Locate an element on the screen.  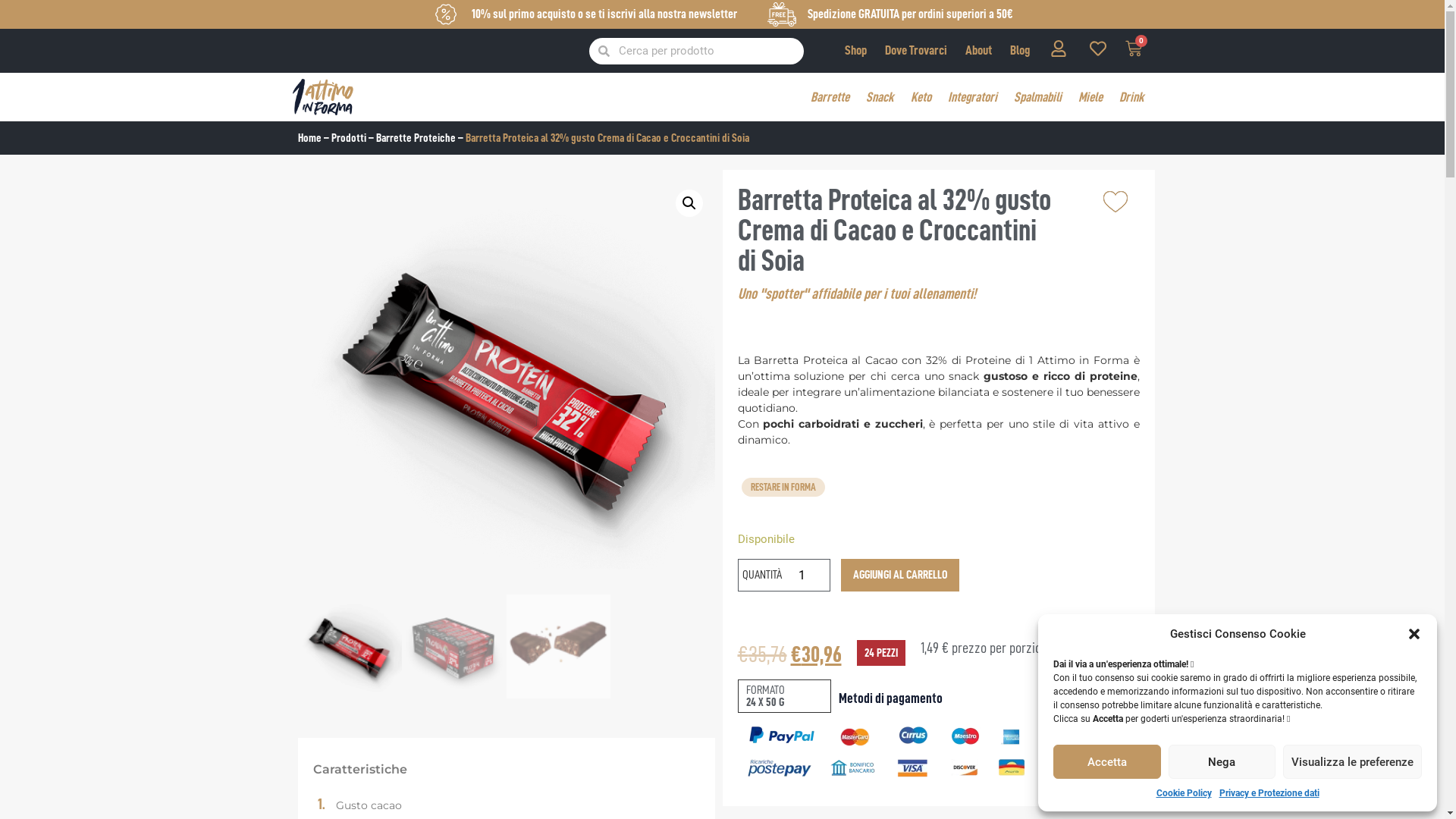
'Spalmabili' is located at coordinates (1036, 96).